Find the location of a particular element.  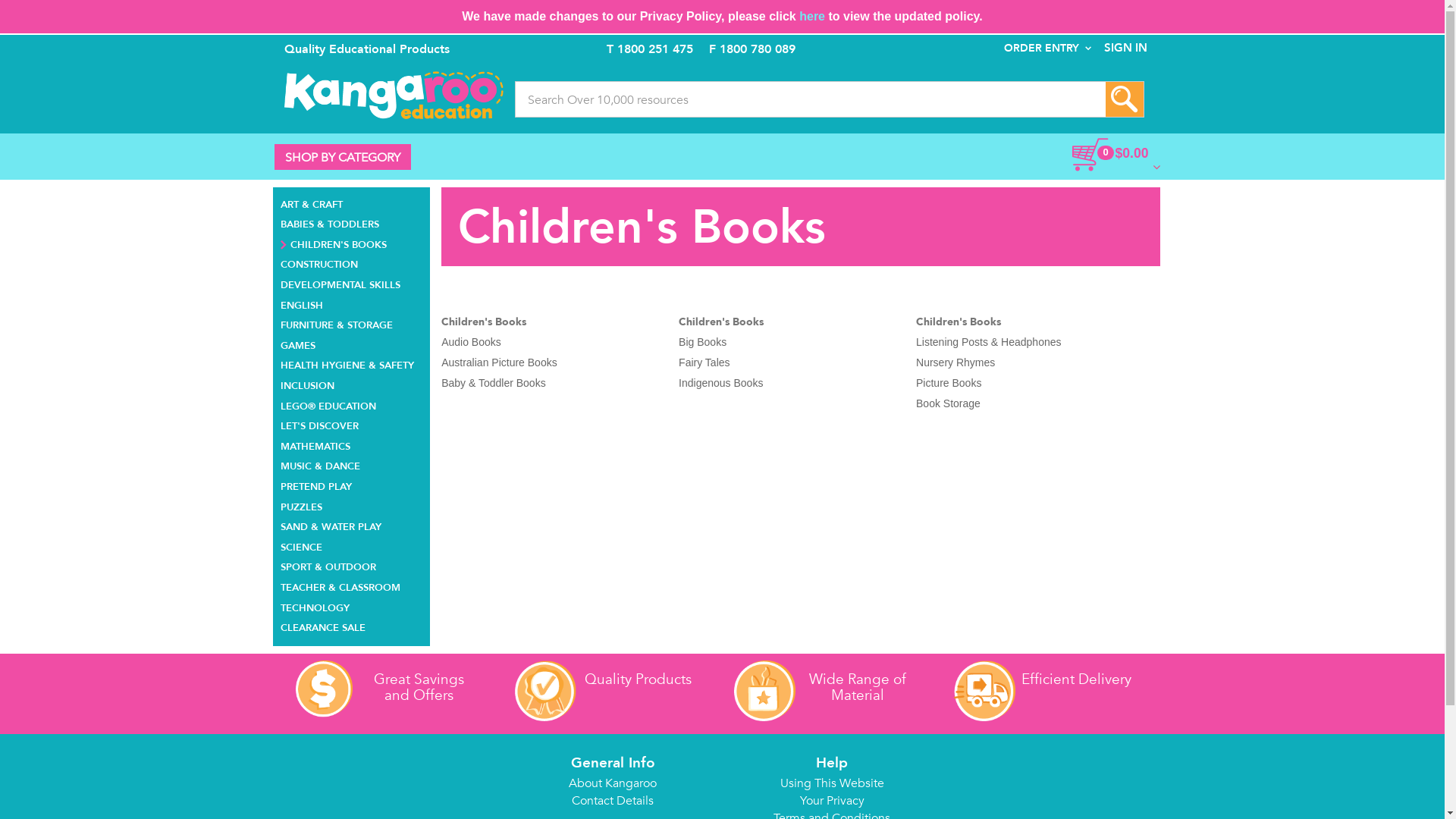

'PRETEND PLAY' is located at coordinates (315, 485).